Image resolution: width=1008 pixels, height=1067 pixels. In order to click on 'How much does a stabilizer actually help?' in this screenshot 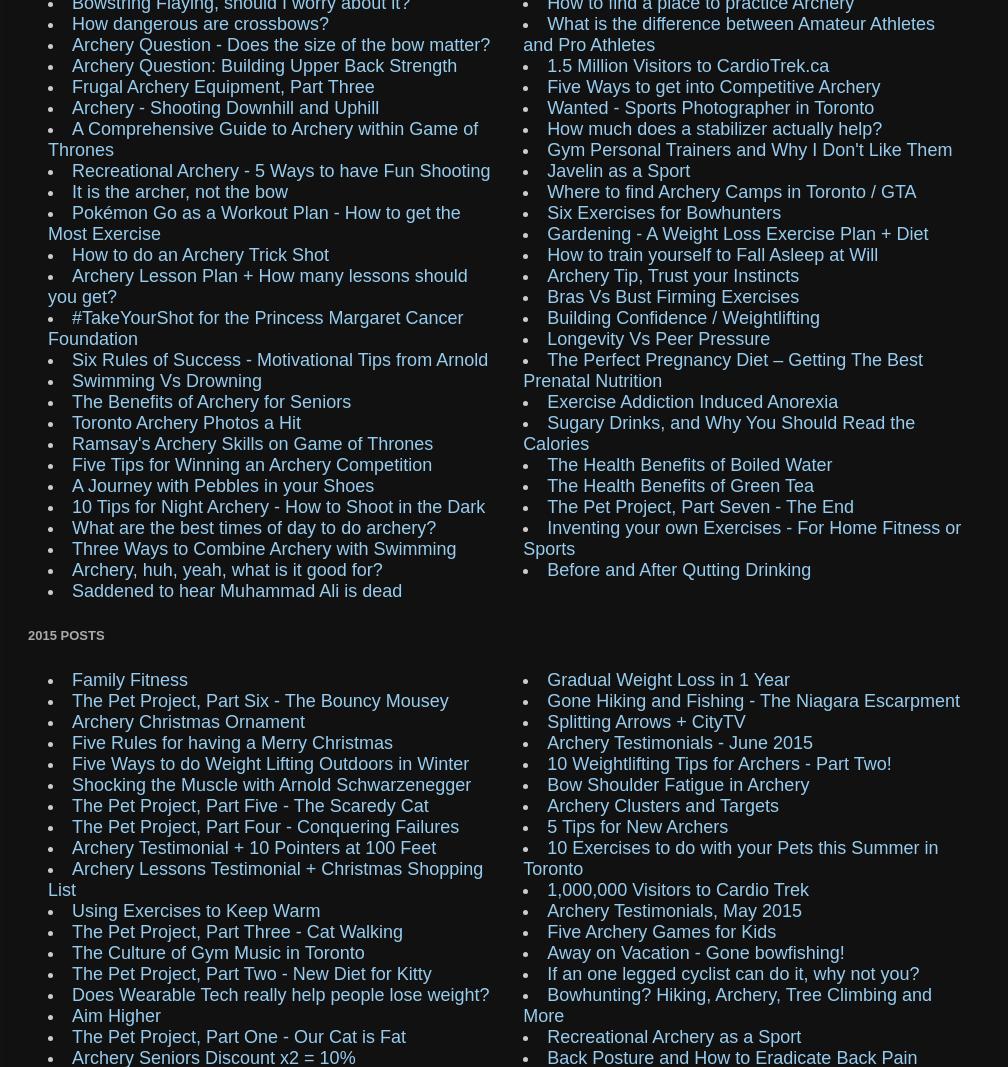, I will do `click(714, 127)`.